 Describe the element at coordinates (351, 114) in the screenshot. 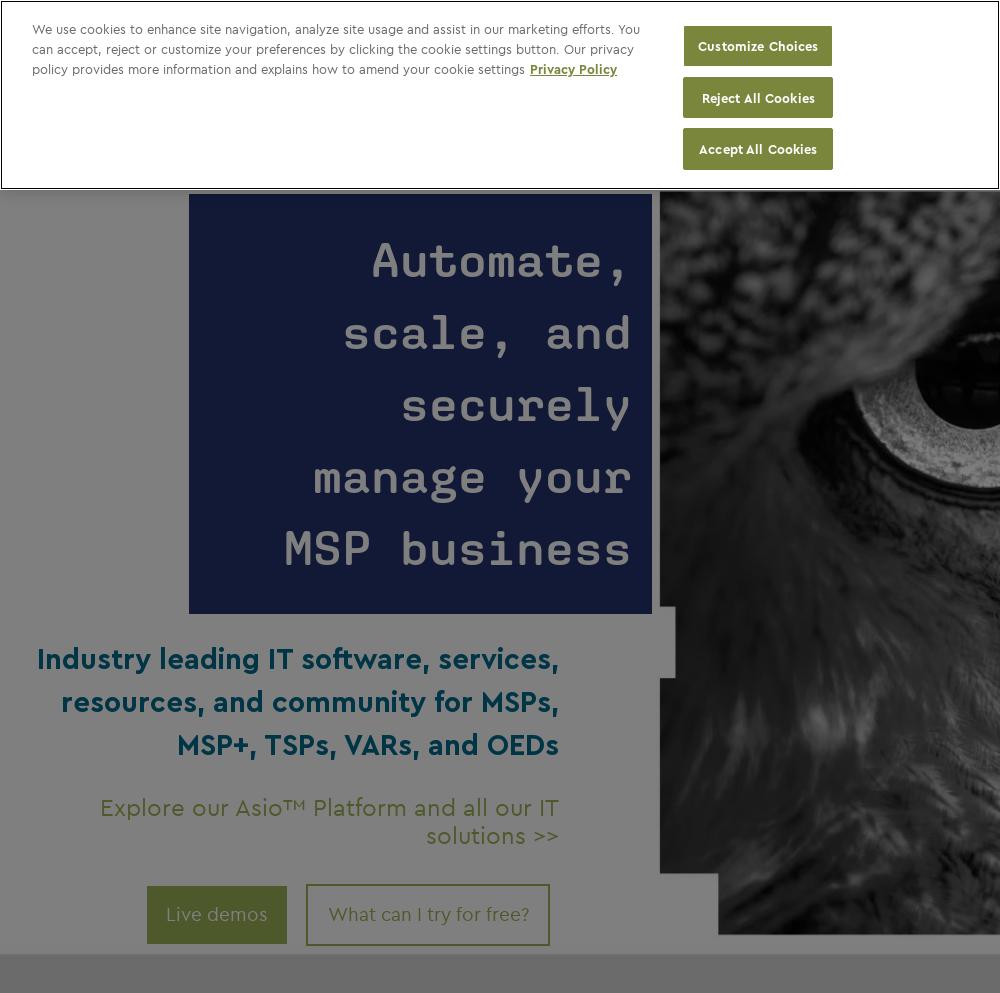

I see `'The industry leading conference for thought leadership and best practices'` at that location.